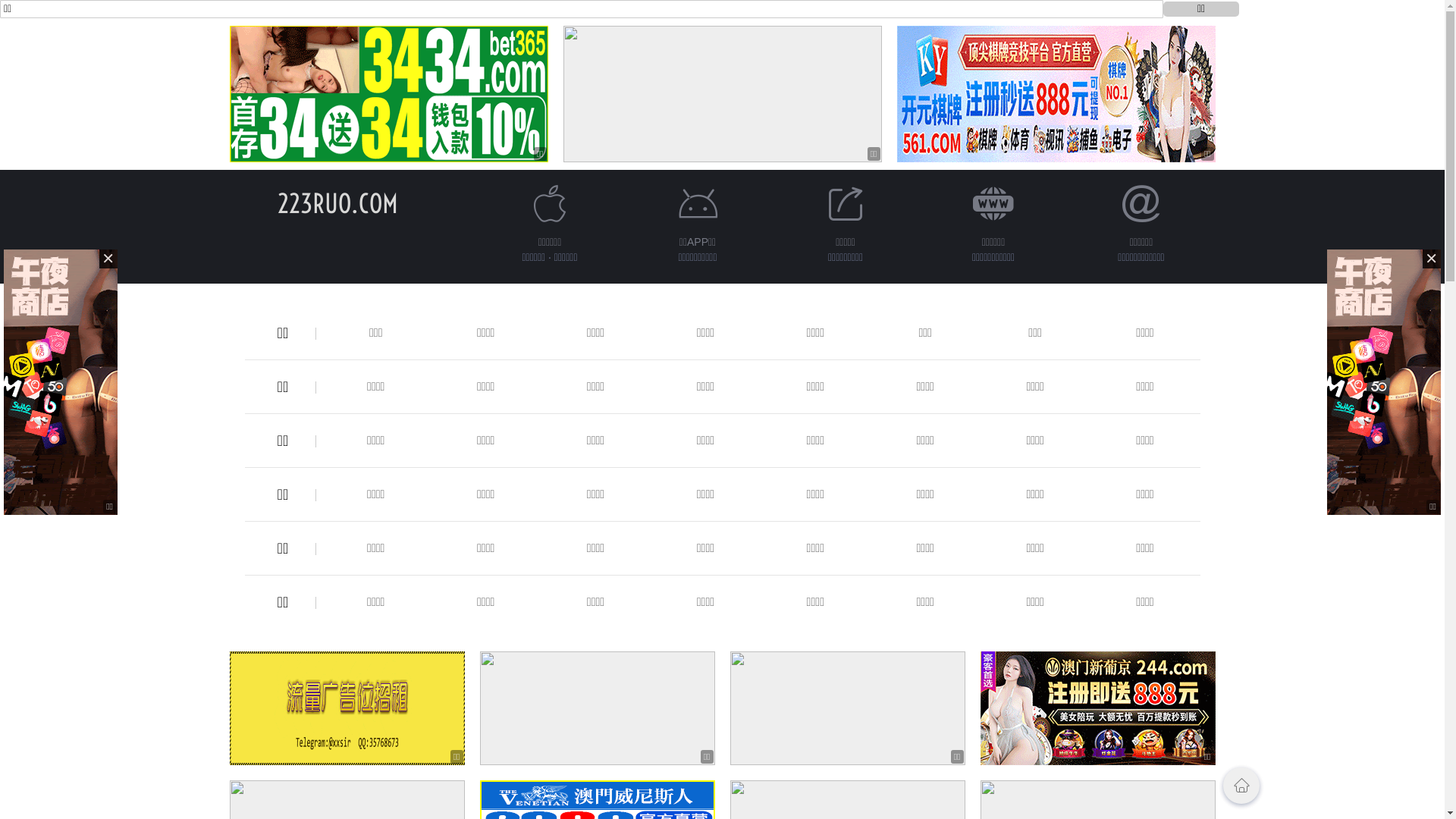  I want to click on '223RUO.COM', so click(337, 202).